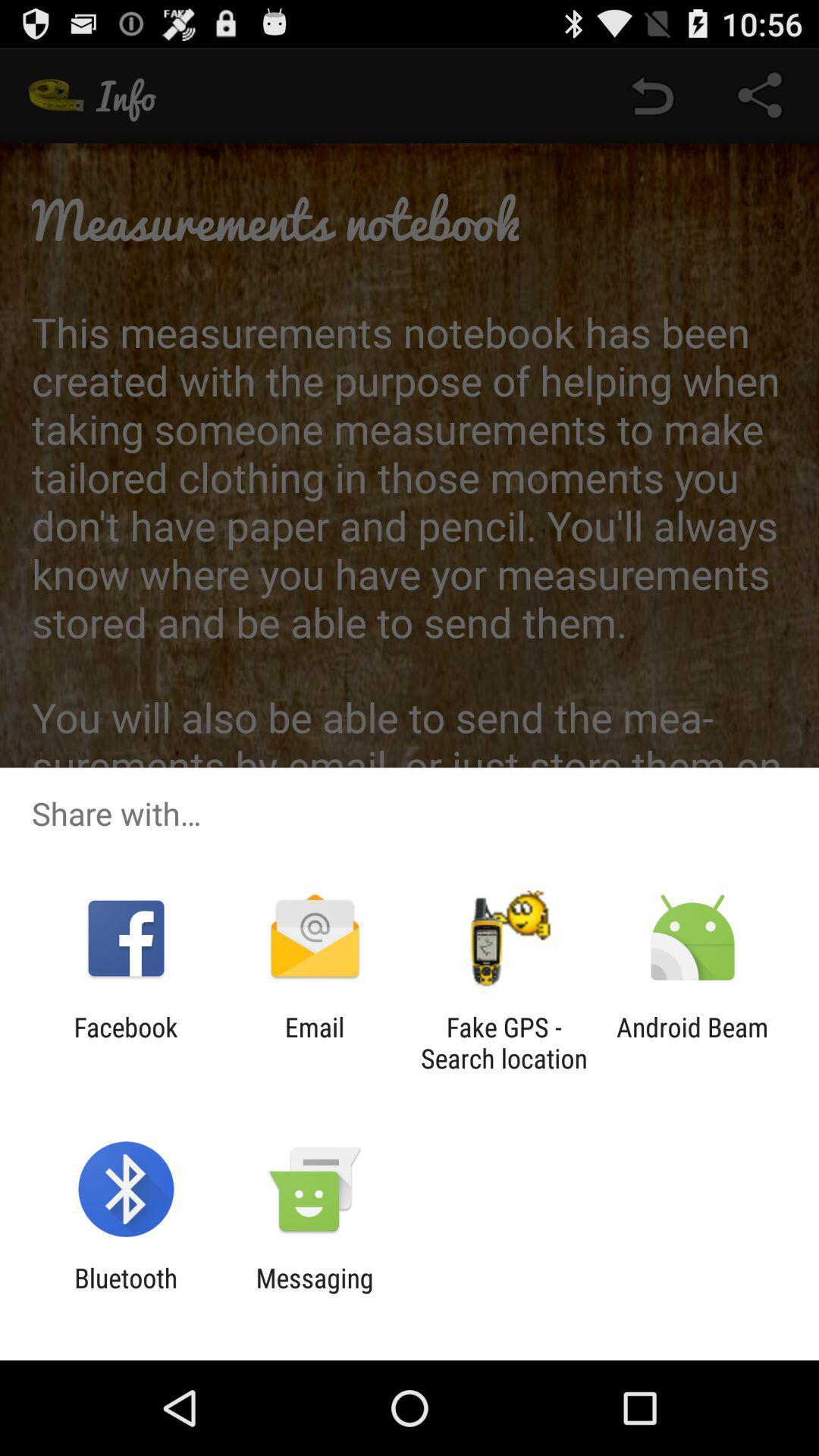  What do you see at coordinates (504, 1042) in the screenshot?
I see `the item next to the email item` at bounding box center [504, 1042].